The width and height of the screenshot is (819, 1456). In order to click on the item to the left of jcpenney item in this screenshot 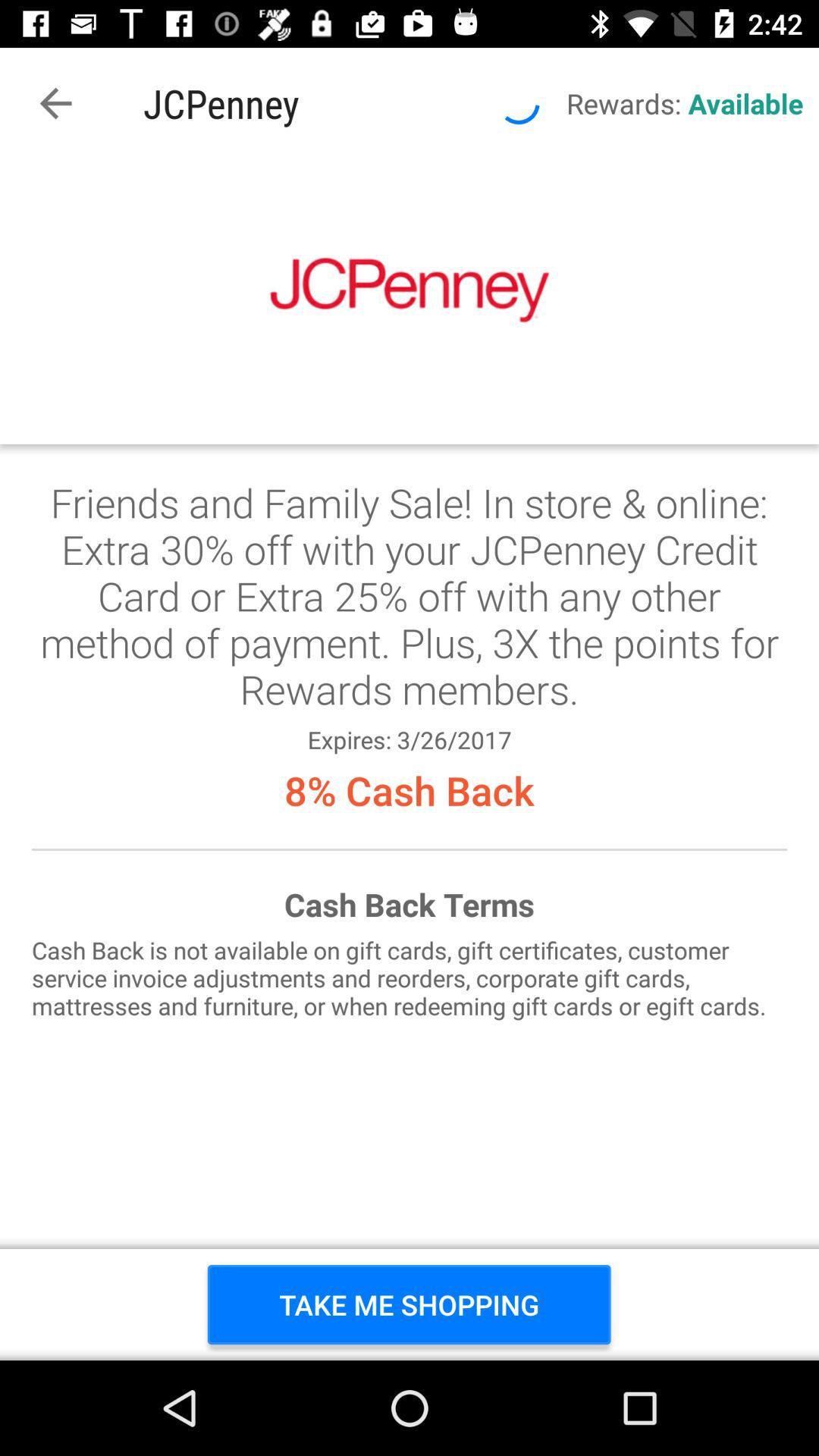, I will do `click(55, 102)`.